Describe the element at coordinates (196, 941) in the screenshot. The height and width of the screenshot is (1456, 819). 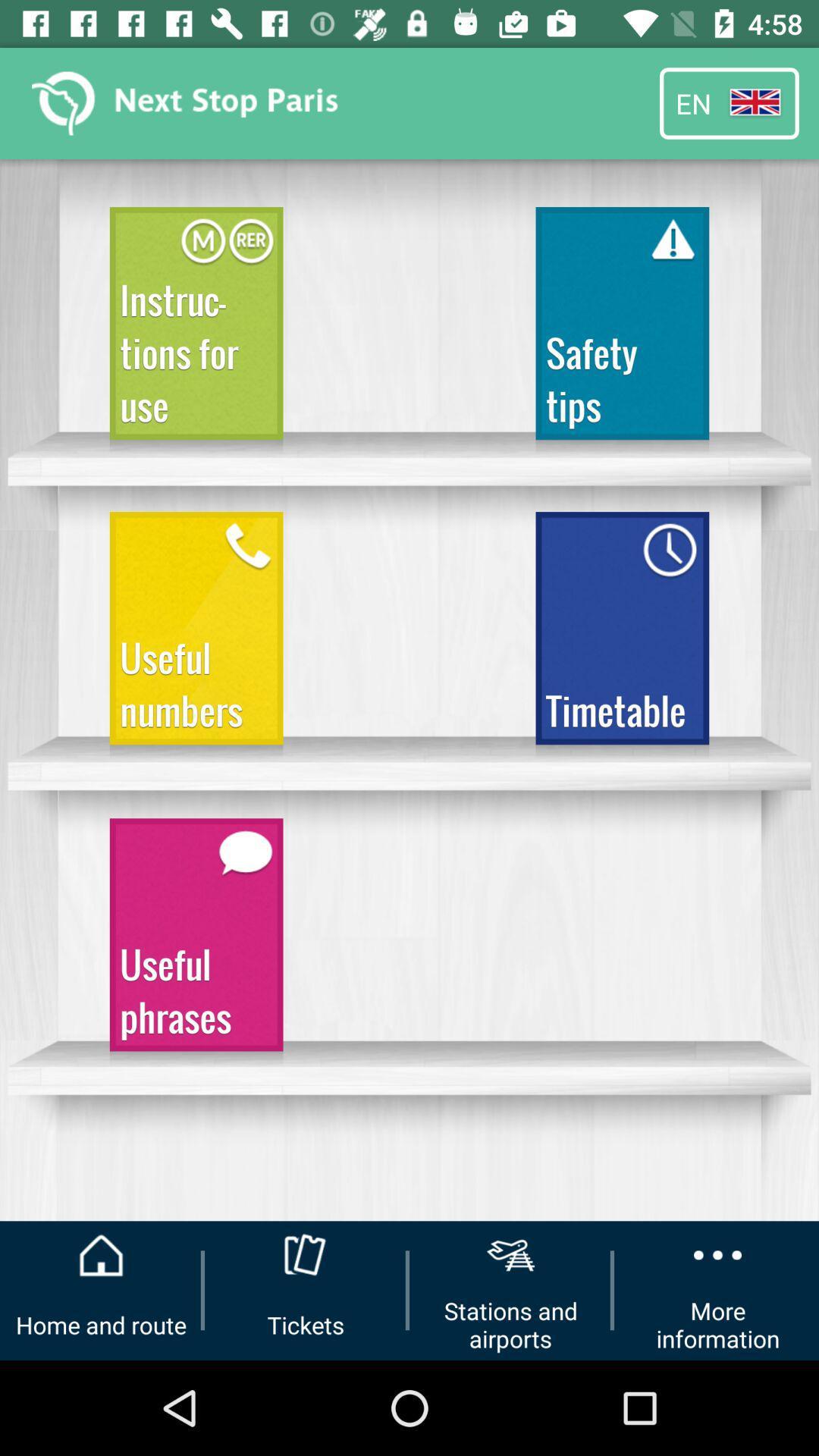
I see `icon below useful numbers icon` at that location.